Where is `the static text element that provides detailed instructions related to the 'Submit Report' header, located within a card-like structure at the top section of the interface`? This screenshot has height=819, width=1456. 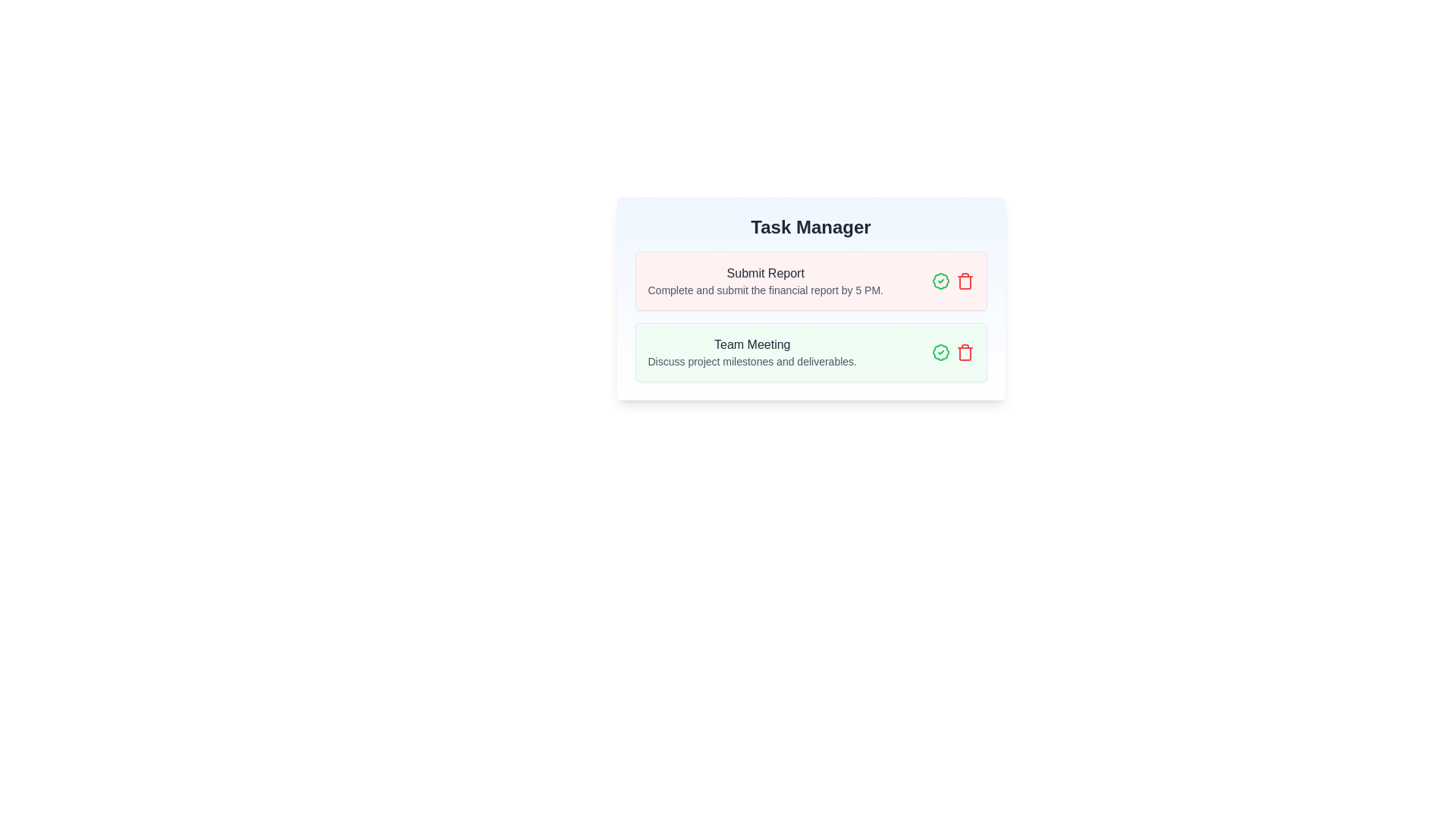
the static text element that provides detailed instructions related to the 'Submit Report' header, located within a card-like structure at the top section of the interface is located at coordinates (765, 290).